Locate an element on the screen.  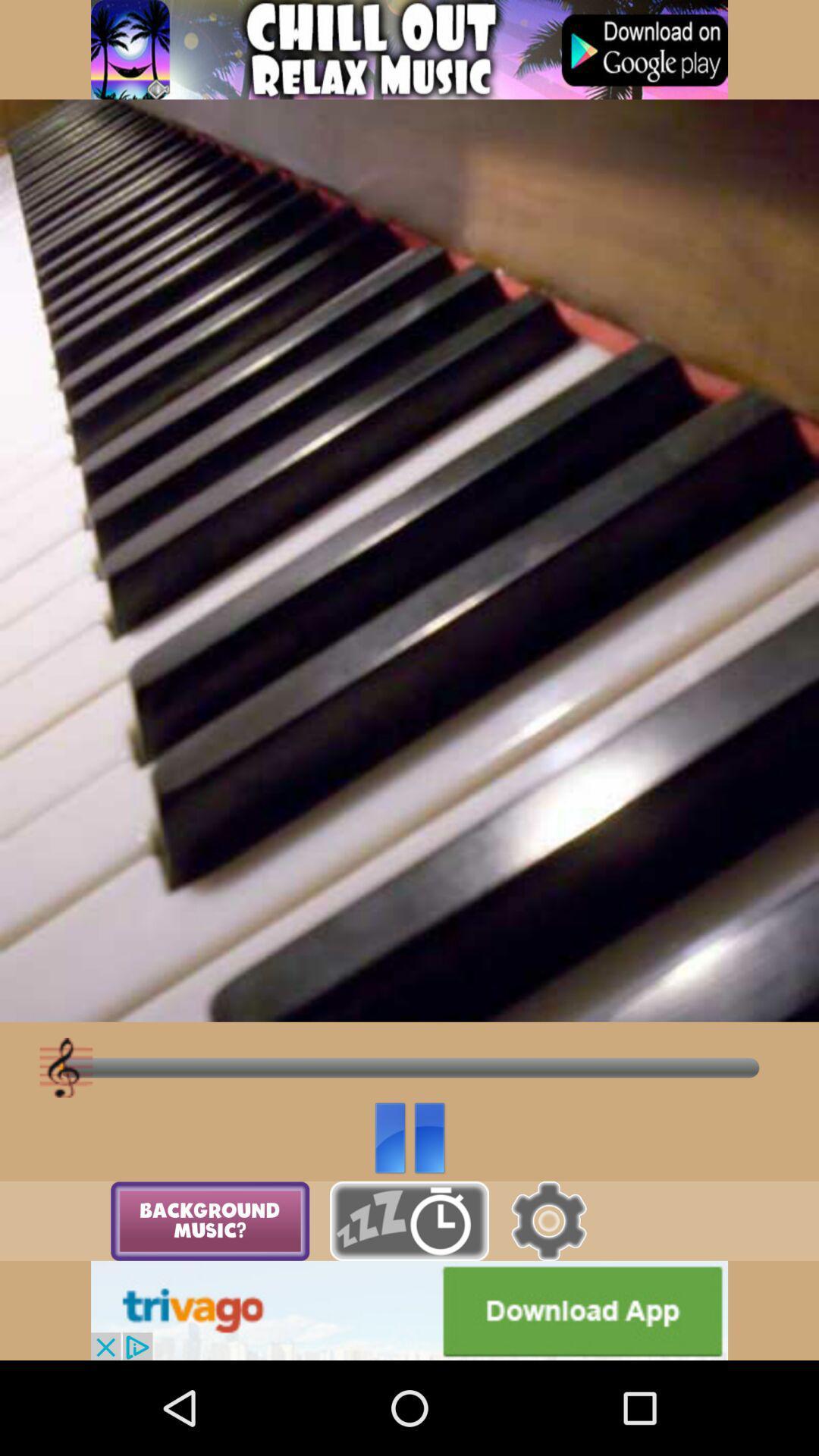
ste sleep timer is located at coordinates (409, 1221).